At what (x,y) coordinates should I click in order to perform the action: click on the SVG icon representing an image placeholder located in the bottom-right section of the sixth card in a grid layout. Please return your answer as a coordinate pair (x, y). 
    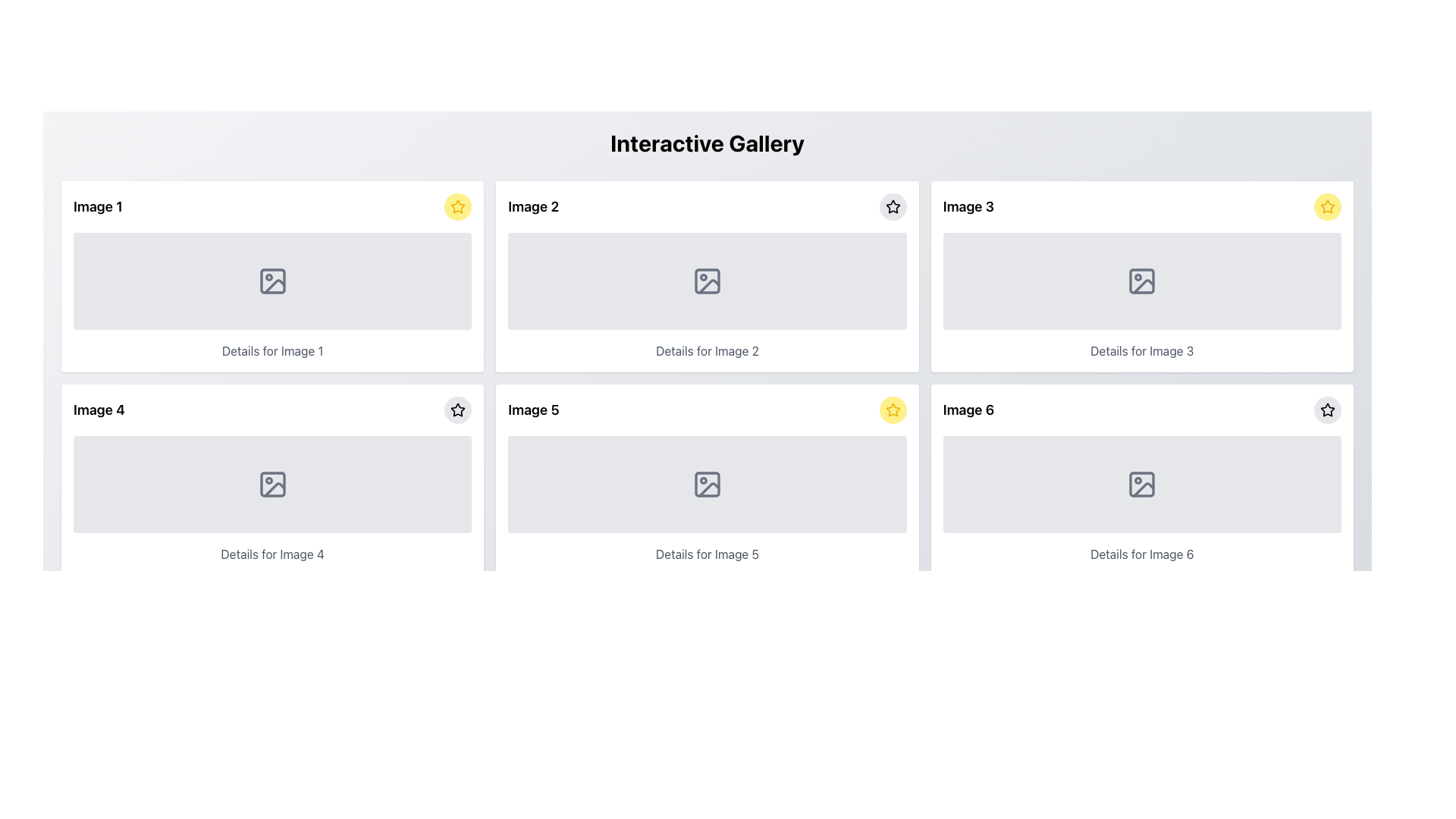
    Looking at the image, I should click on (1142, 485).